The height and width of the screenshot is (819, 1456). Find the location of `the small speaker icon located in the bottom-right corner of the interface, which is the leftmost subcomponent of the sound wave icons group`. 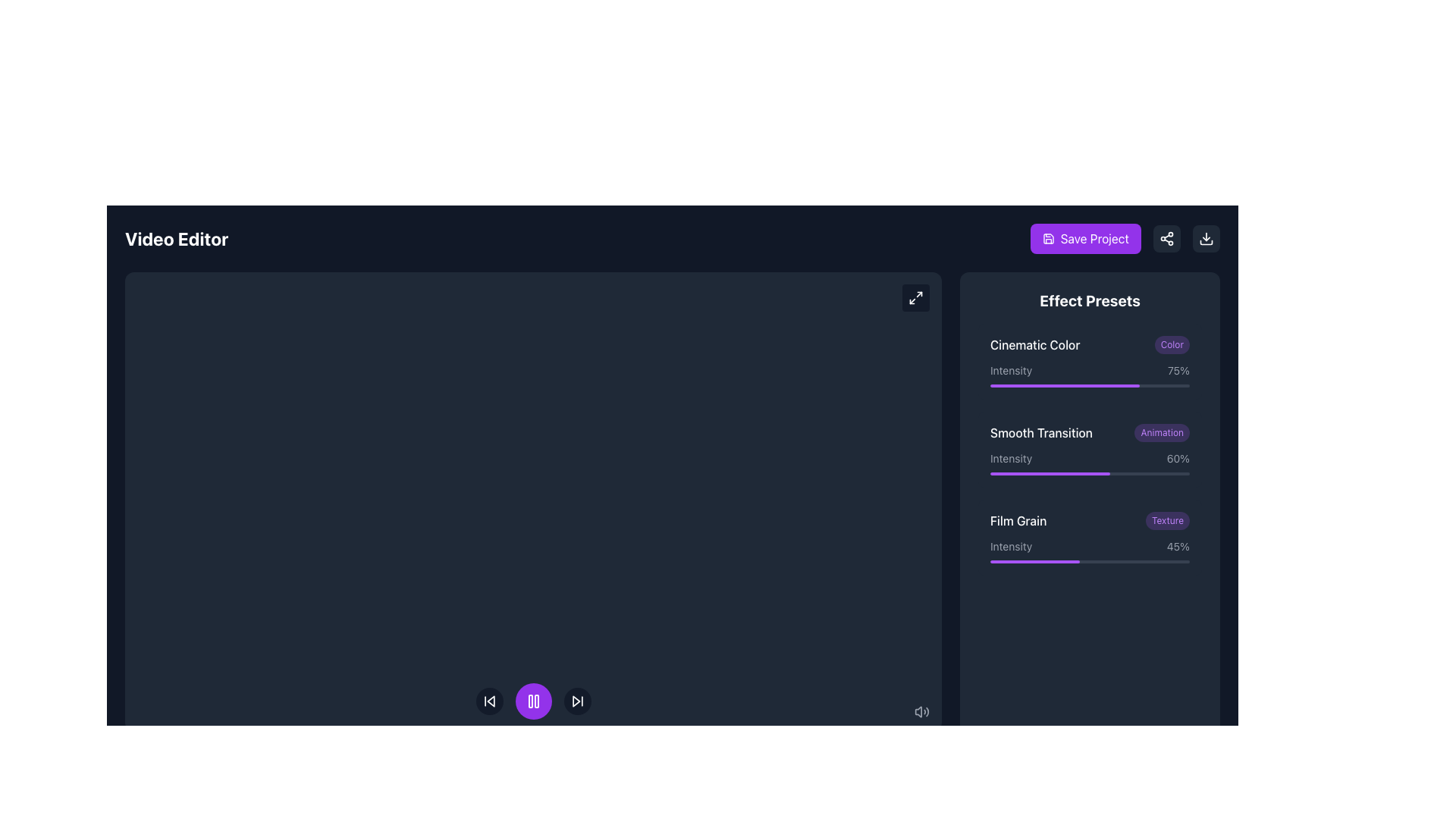

the small speaker icon located in the bottom-right corner of the interface, which is the leftmost subcomponent of the sound wave icons group is located at coordinates (918, 711).